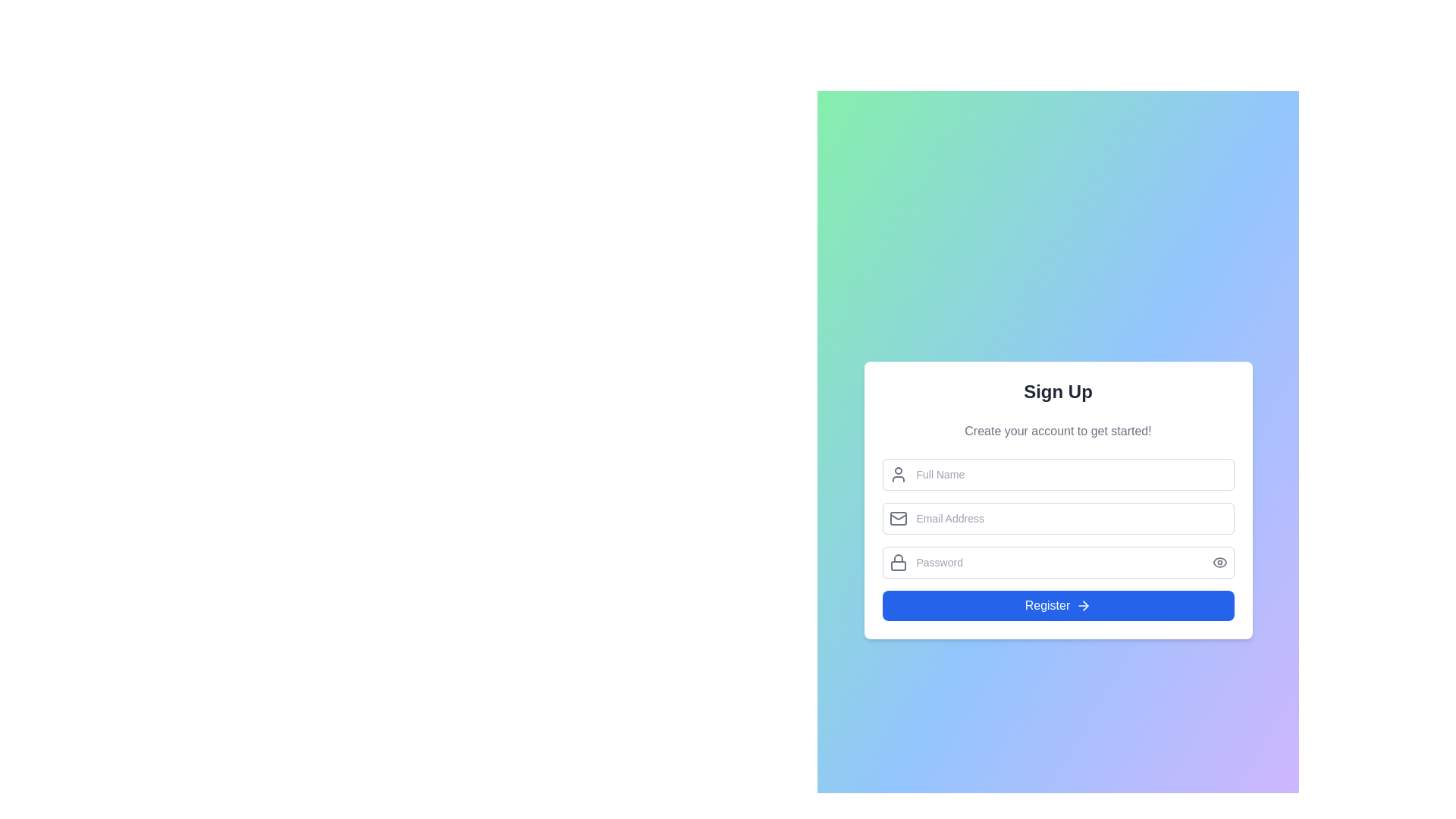 This screenshot has width=1456, height=819. I want to click on the email input field, so click(898, 517).